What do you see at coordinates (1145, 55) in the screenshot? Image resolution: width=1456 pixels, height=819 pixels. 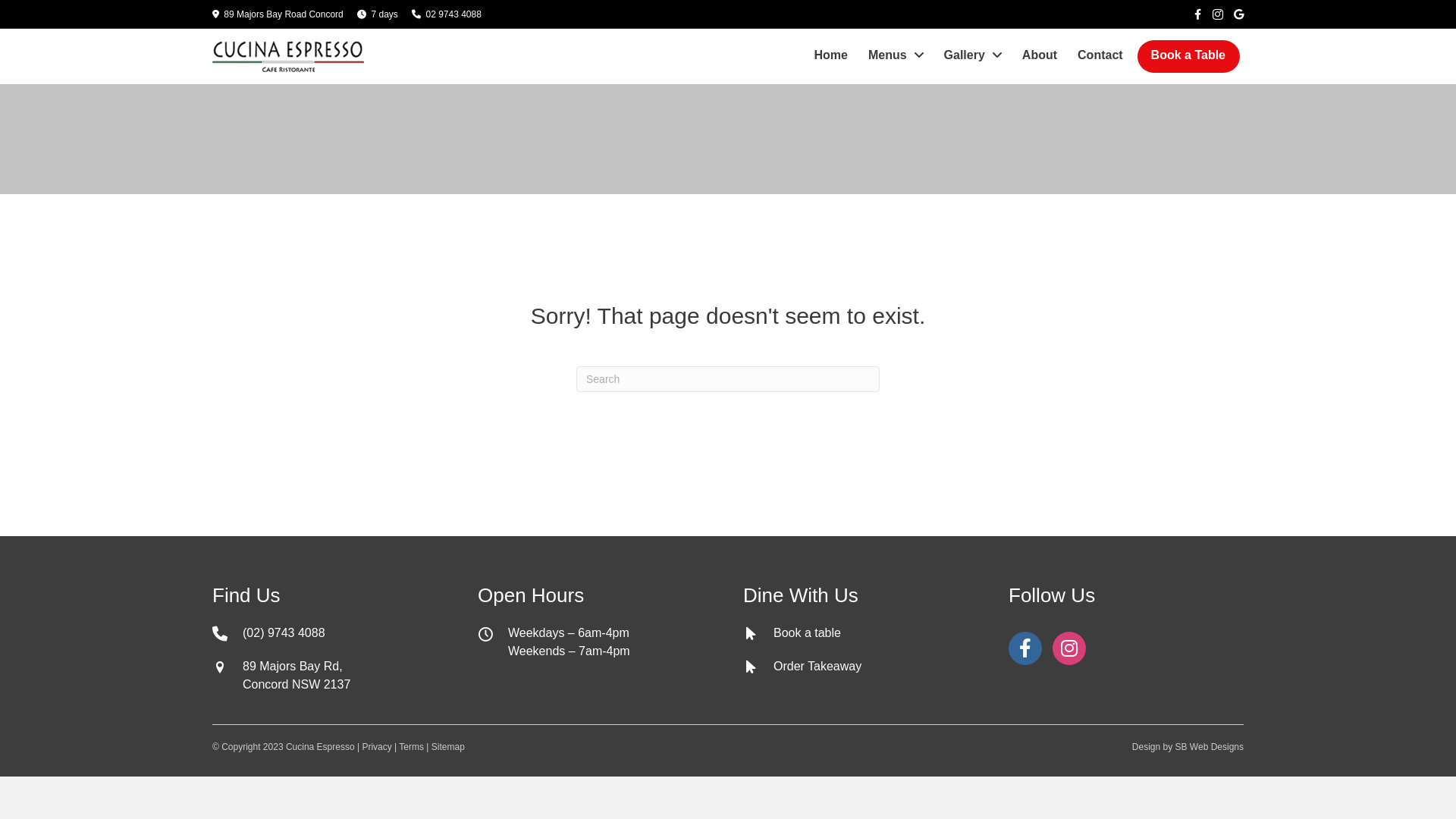 I see `'Book a Table'` at bounding box center [1145, 55].